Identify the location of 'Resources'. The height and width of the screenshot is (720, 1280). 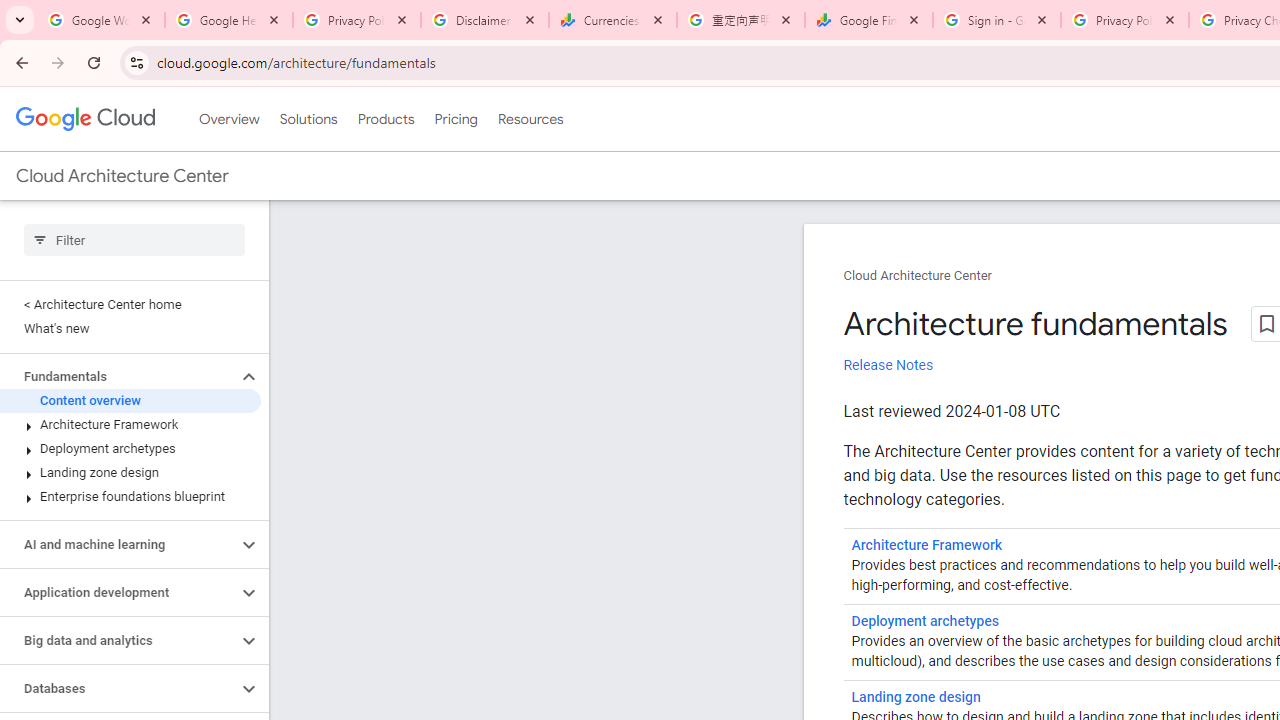
(530, 119).